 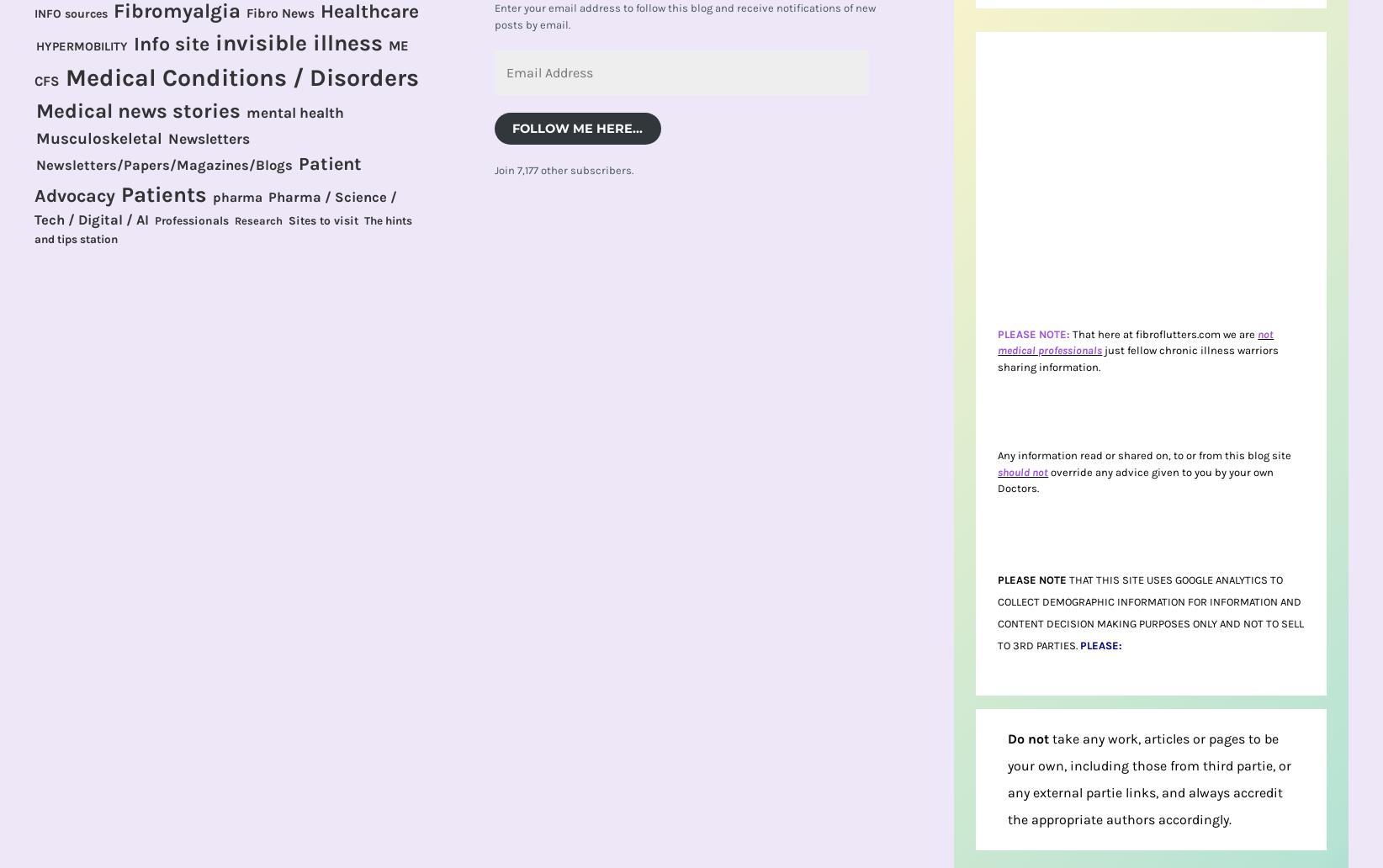 I want to click on 'Patient Advocacy', so click(x=198, y=178).